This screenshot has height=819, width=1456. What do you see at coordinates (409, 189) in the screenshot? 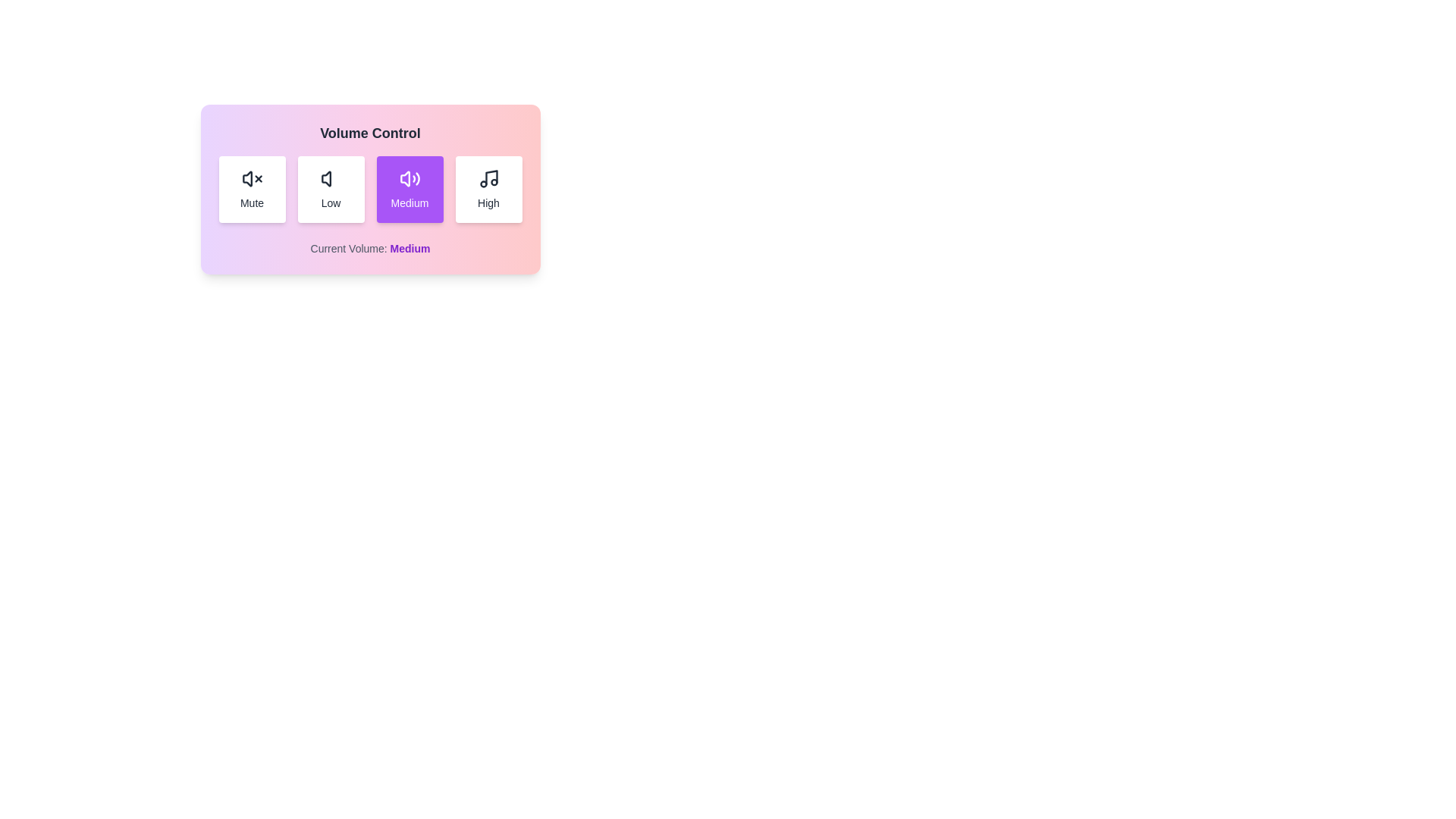
I see `the volume button corresponding to Medium` at bounding box center [409, 189].